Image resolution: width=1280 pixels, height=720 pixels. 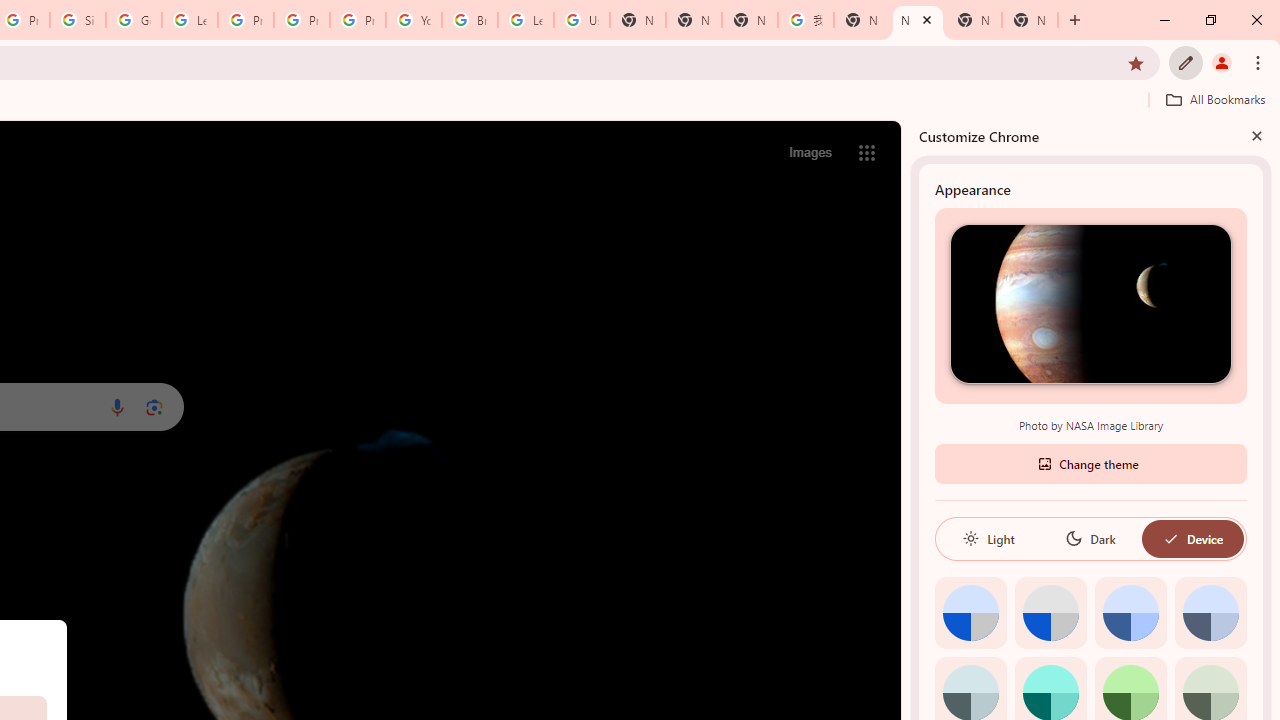 I want to click on 'Default color', so click(x=970, y=611).